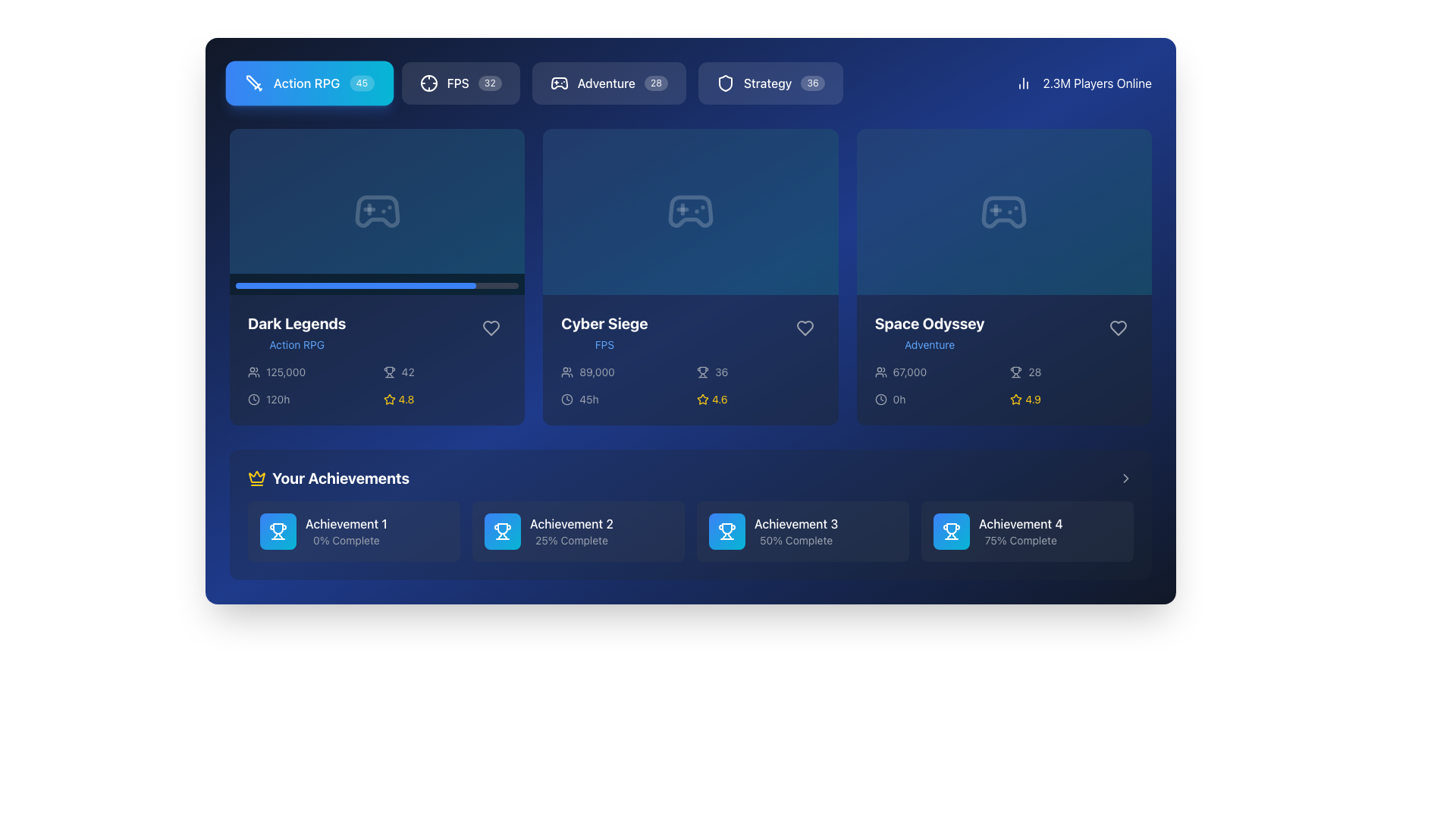 The image size is (1456, 819). Describe the element at coordinates (701, 398) in the screenshot. I see `the star-rating icon located at the bottom-center of the 'Cyber Siege' game card, which visually indicates the game's rating` at that location.